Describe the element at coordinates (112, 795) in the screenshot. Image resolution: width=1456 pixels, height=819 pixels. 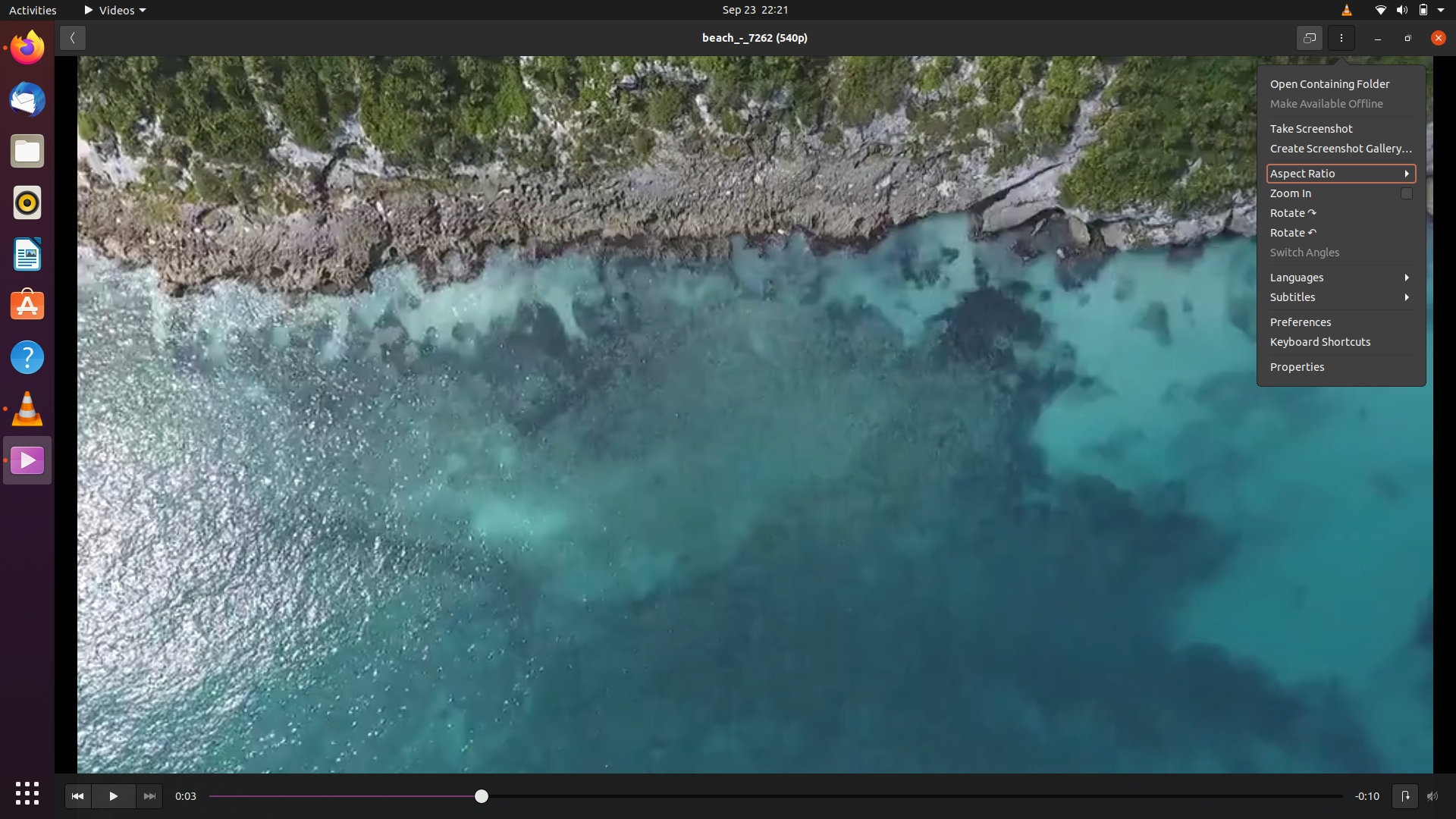
I see `Begin the video playback using mouse` at that location.